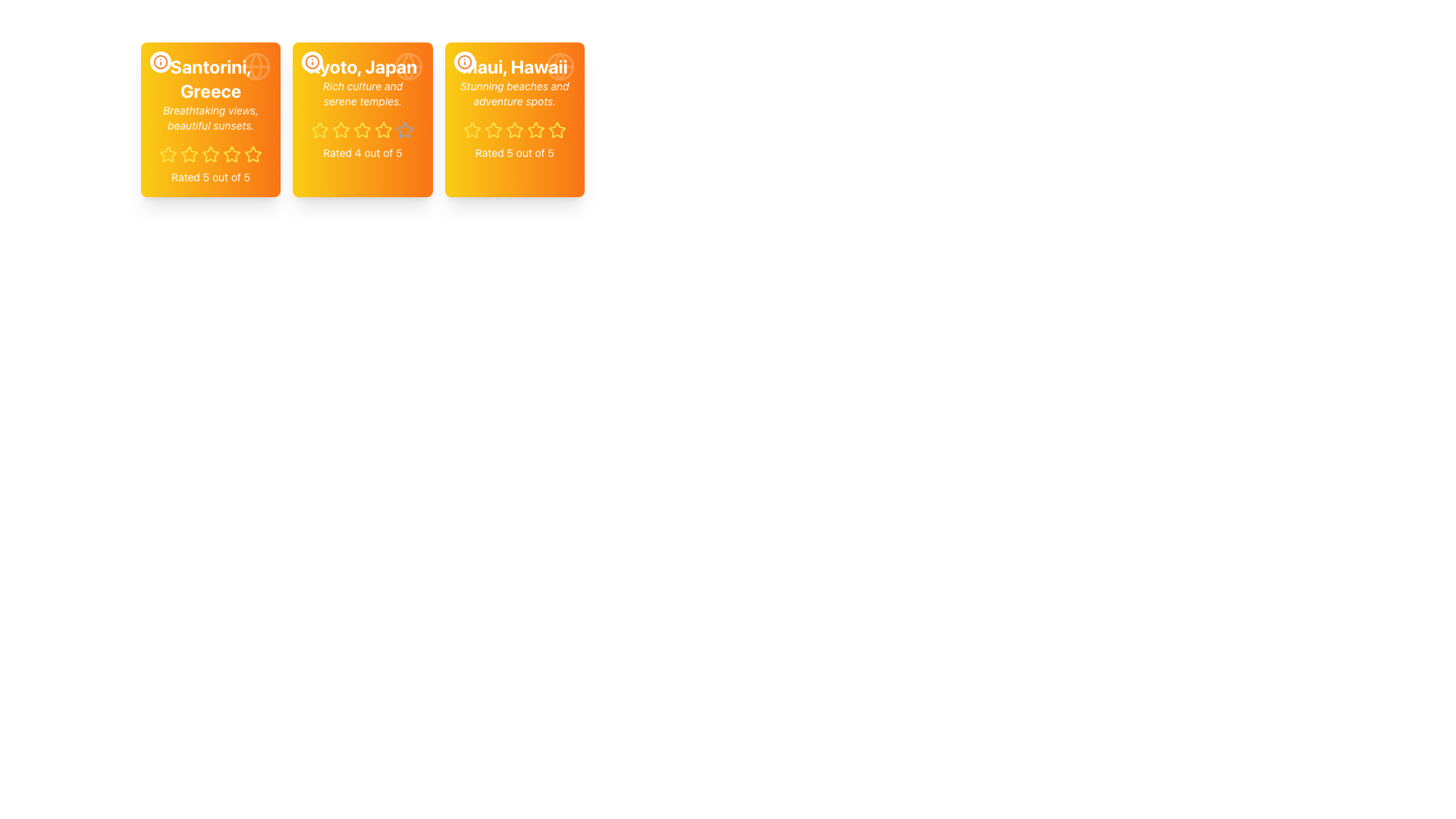  I want to click on the filled yellow star icon, which is the second star in the rating section of the Kyoto, Japan card, so click(340, 129).